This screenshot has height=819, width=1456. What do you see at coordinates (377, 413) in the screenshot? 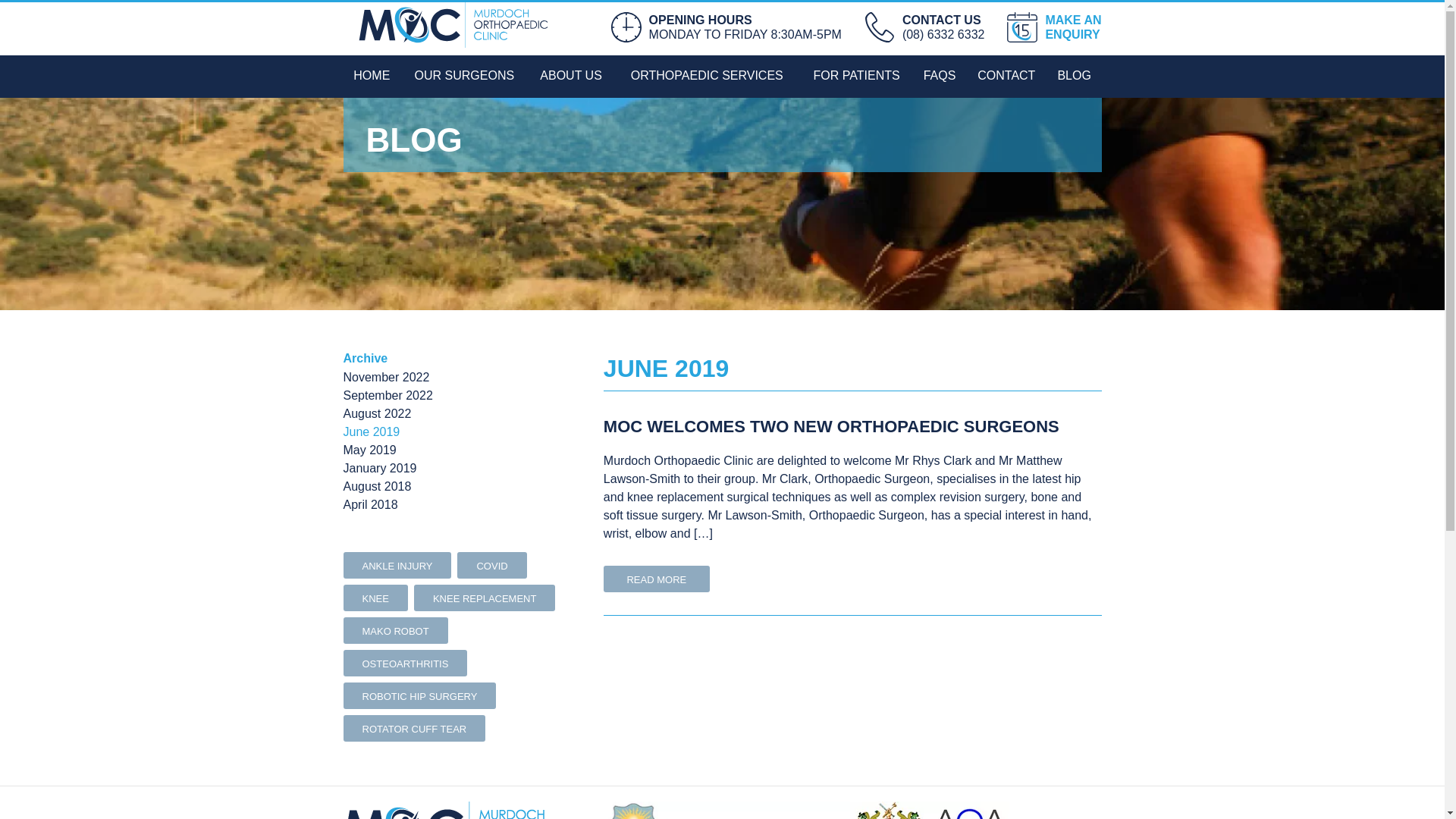
I see `'August 2022'` at bounding box center [377, 413].